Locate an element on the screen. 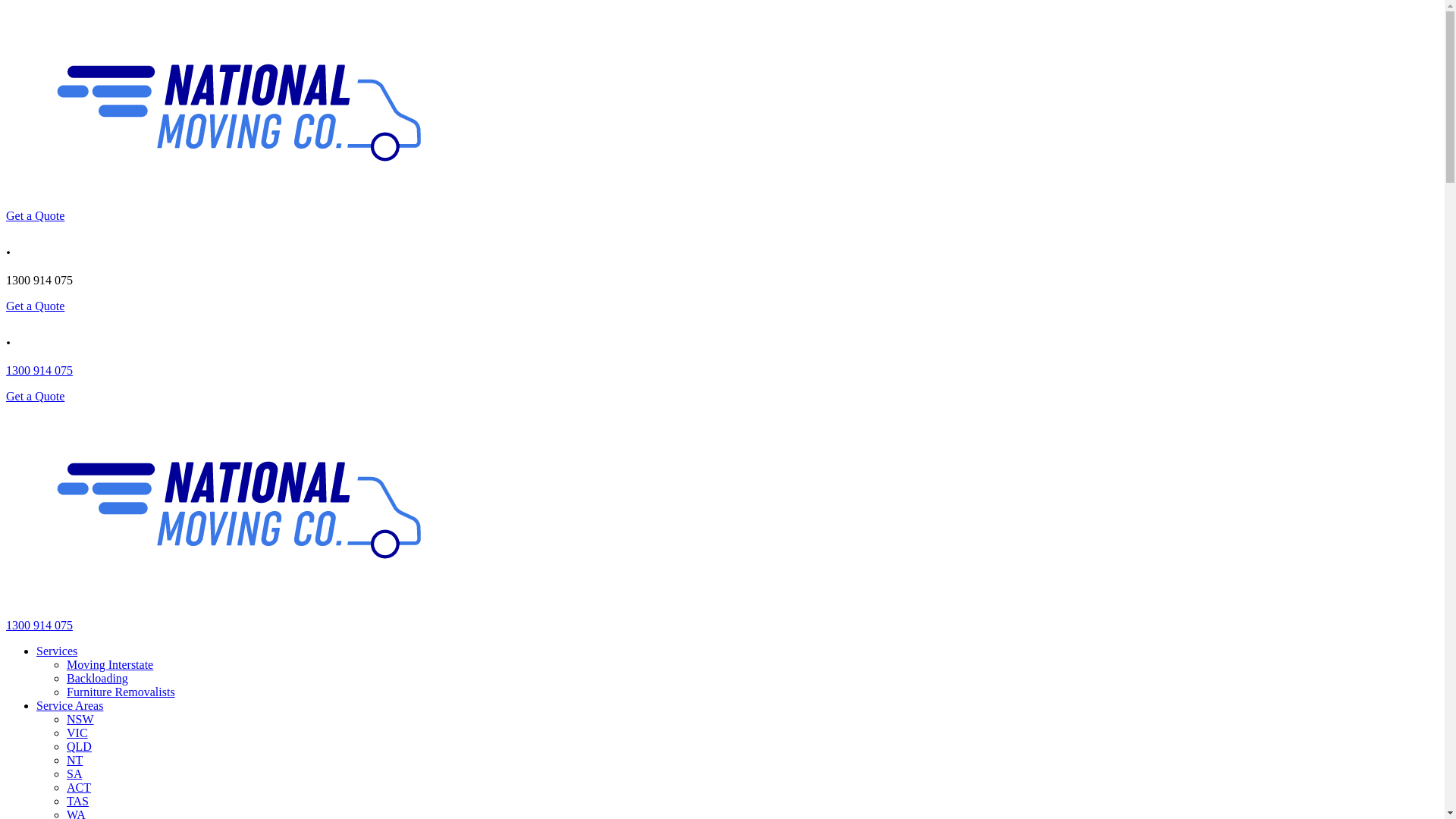 This screenshot has width=1456, height=819. '1300 914 075' is located at coordinates (39, 625).